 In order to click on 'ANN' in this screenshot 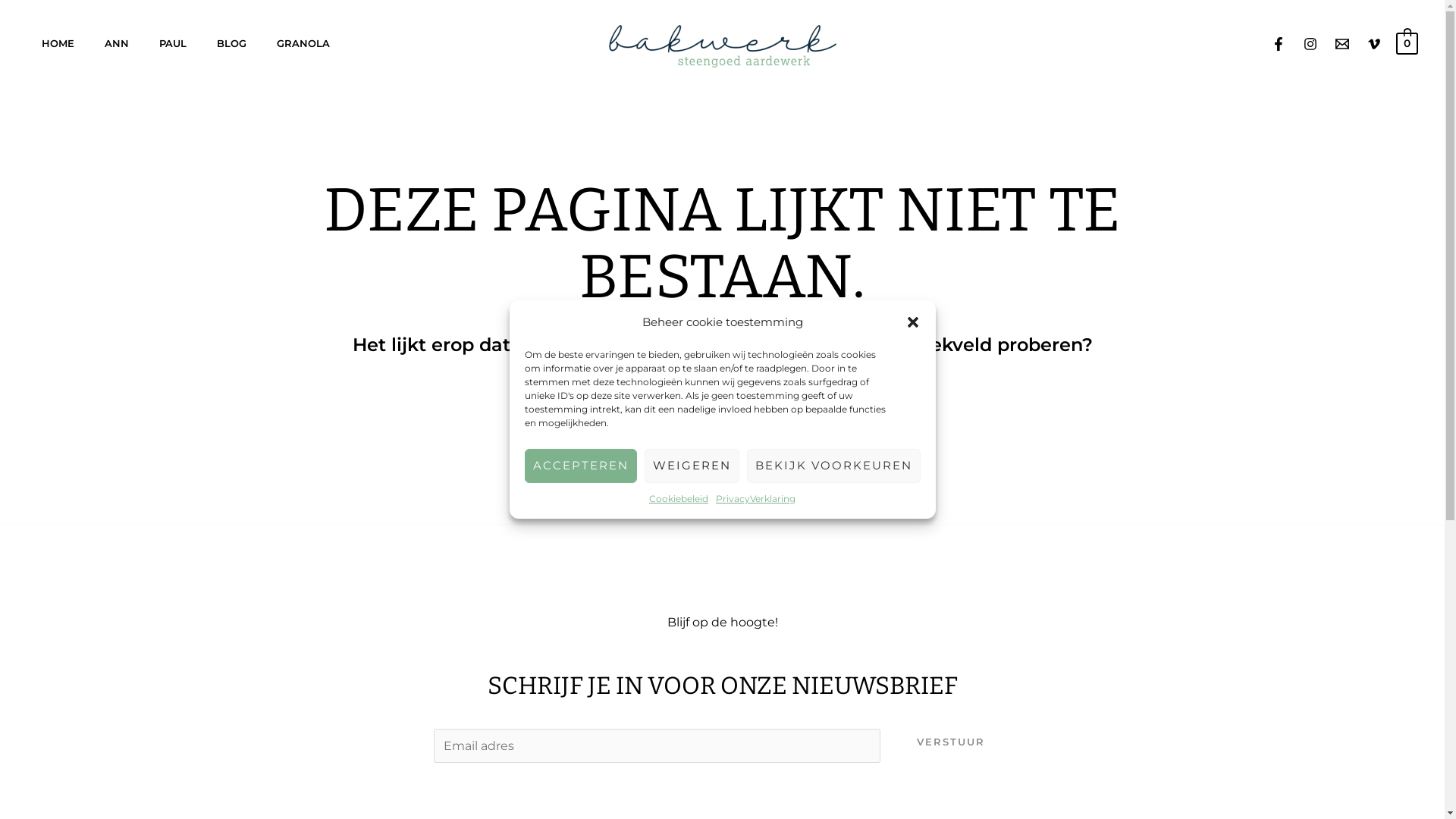, I will do `click(115, 42)`.